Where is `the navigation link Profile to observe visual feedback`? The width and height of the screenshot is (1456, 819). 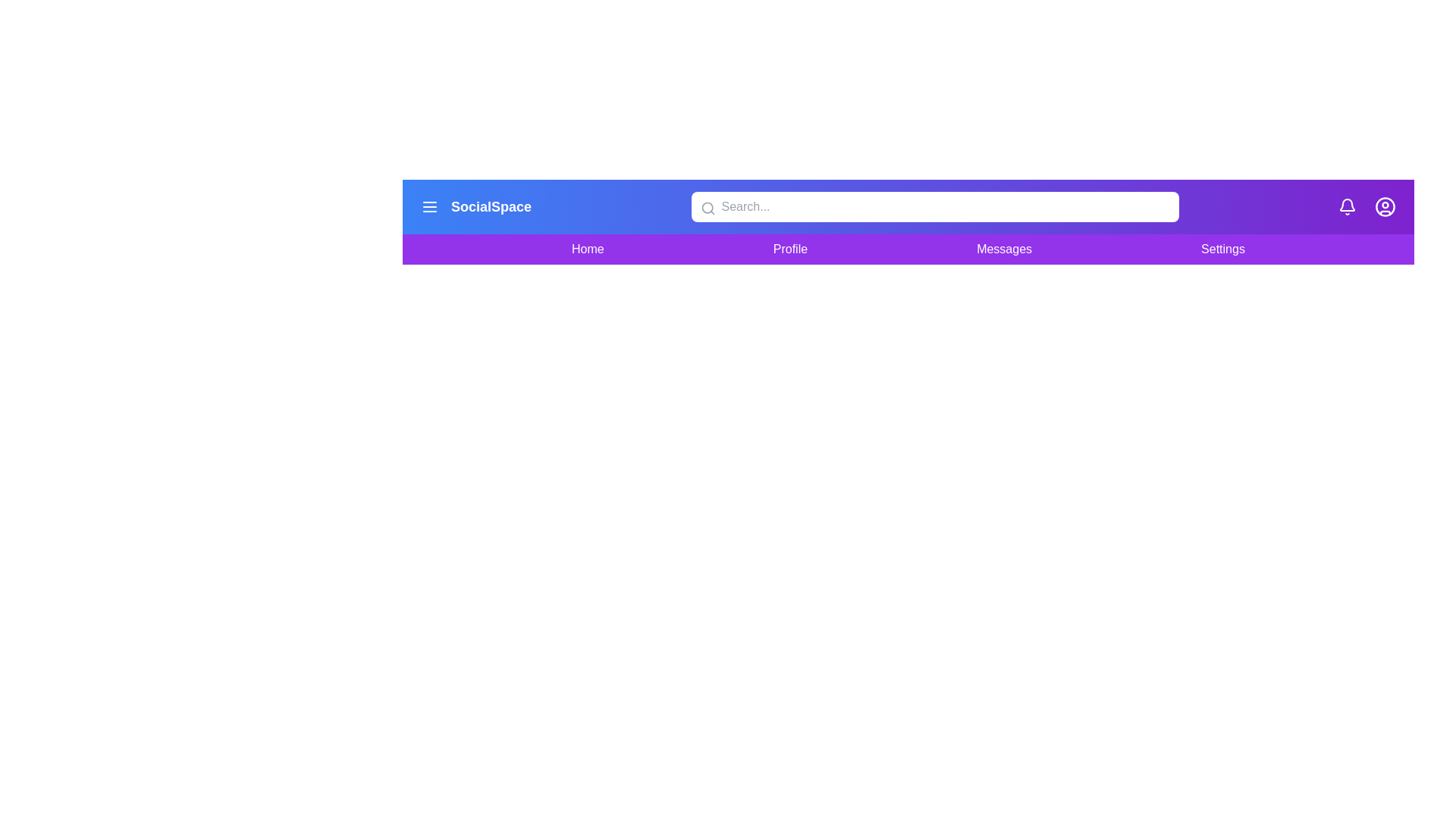 the navigation link Profile to observe visual feedback is located at coordinates (789, 248).